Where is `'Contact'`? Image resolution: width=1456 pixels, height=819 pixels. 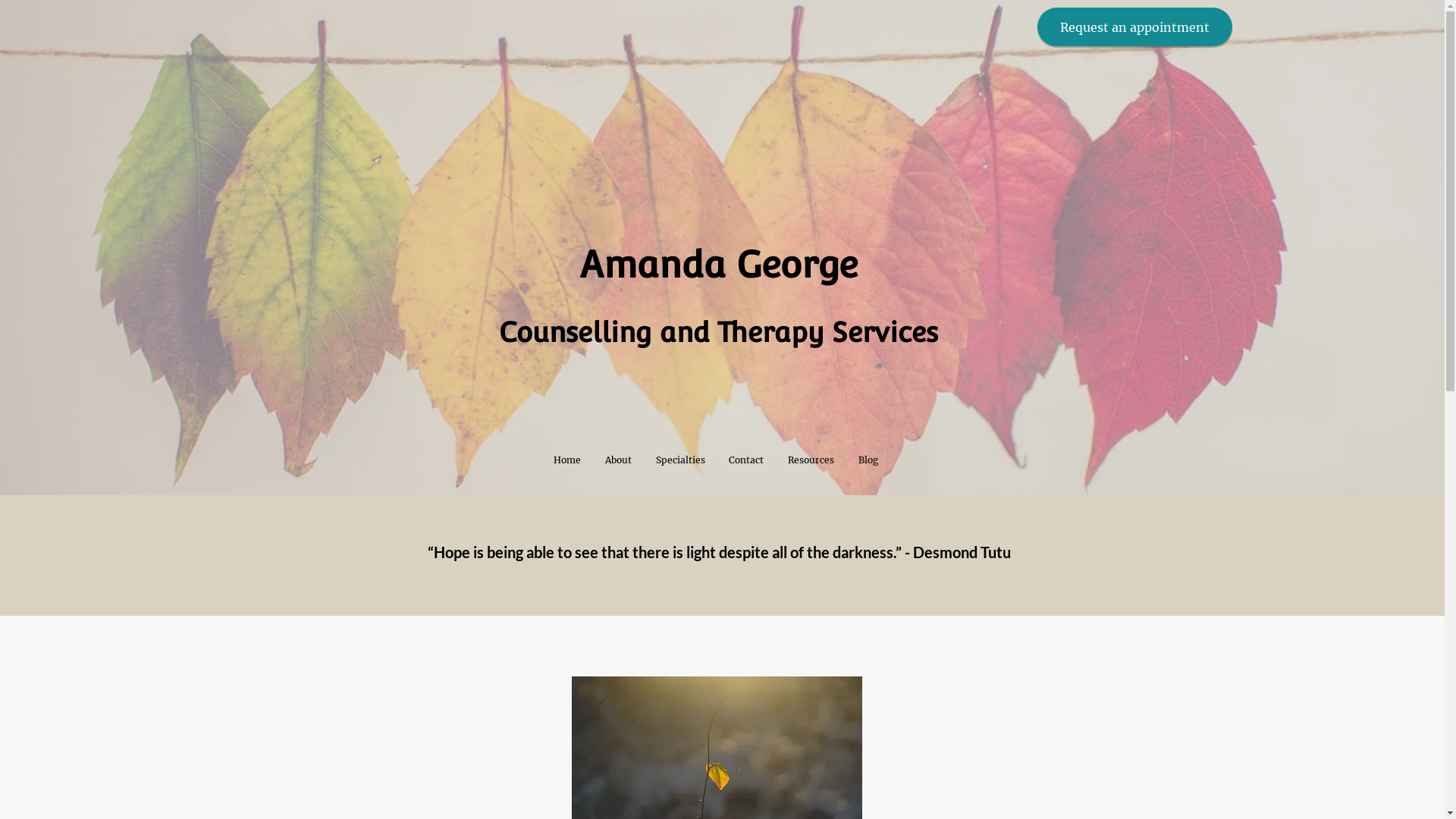 'Contact' is located at coordinates (746, 459).